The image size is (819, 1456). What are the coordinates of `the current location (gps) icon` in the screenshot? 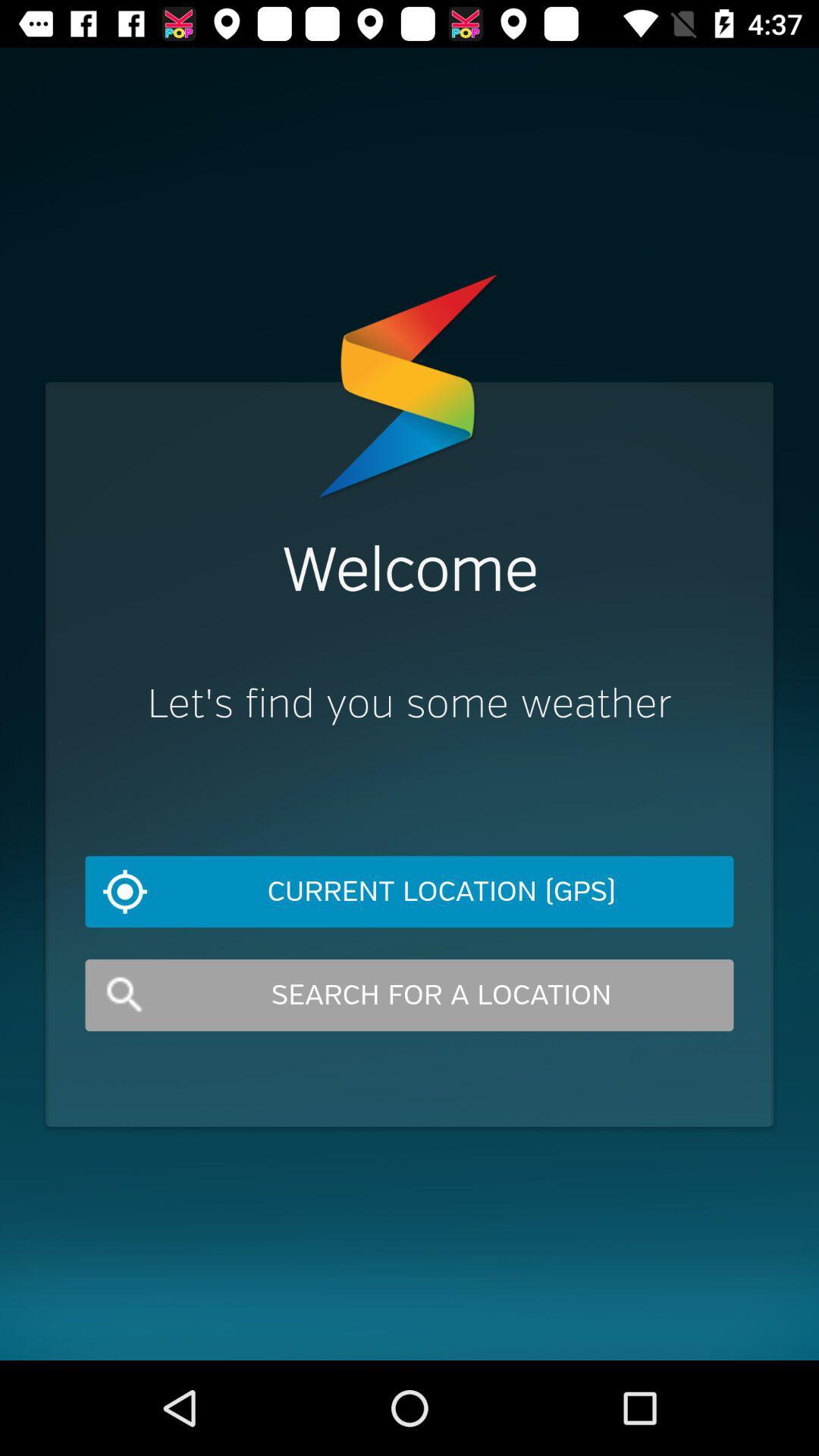 It's located at (409, 892).